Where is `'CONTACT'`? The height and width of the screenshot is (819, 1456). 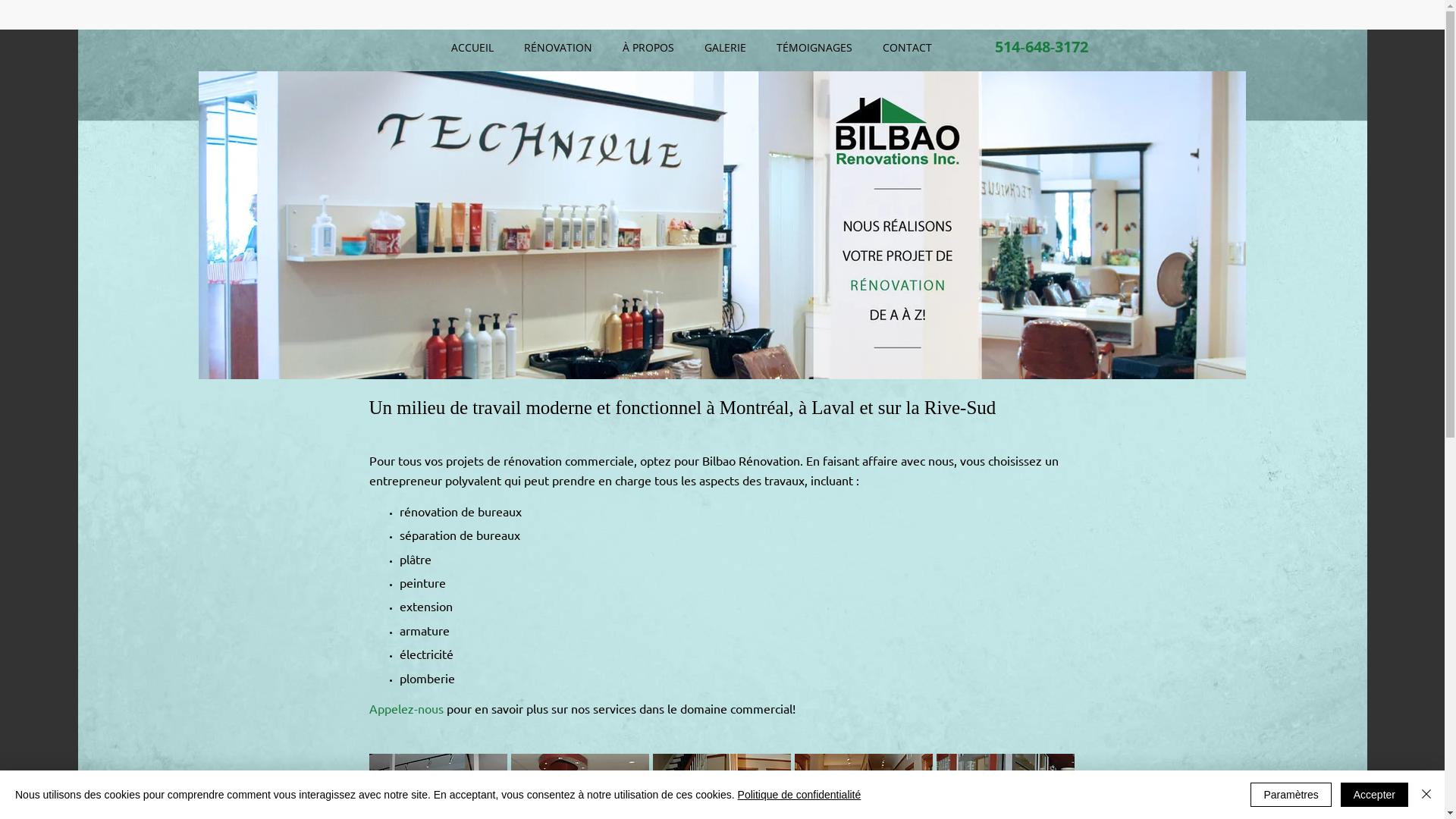 'CONTACT' is located at coordinates (907, 46).